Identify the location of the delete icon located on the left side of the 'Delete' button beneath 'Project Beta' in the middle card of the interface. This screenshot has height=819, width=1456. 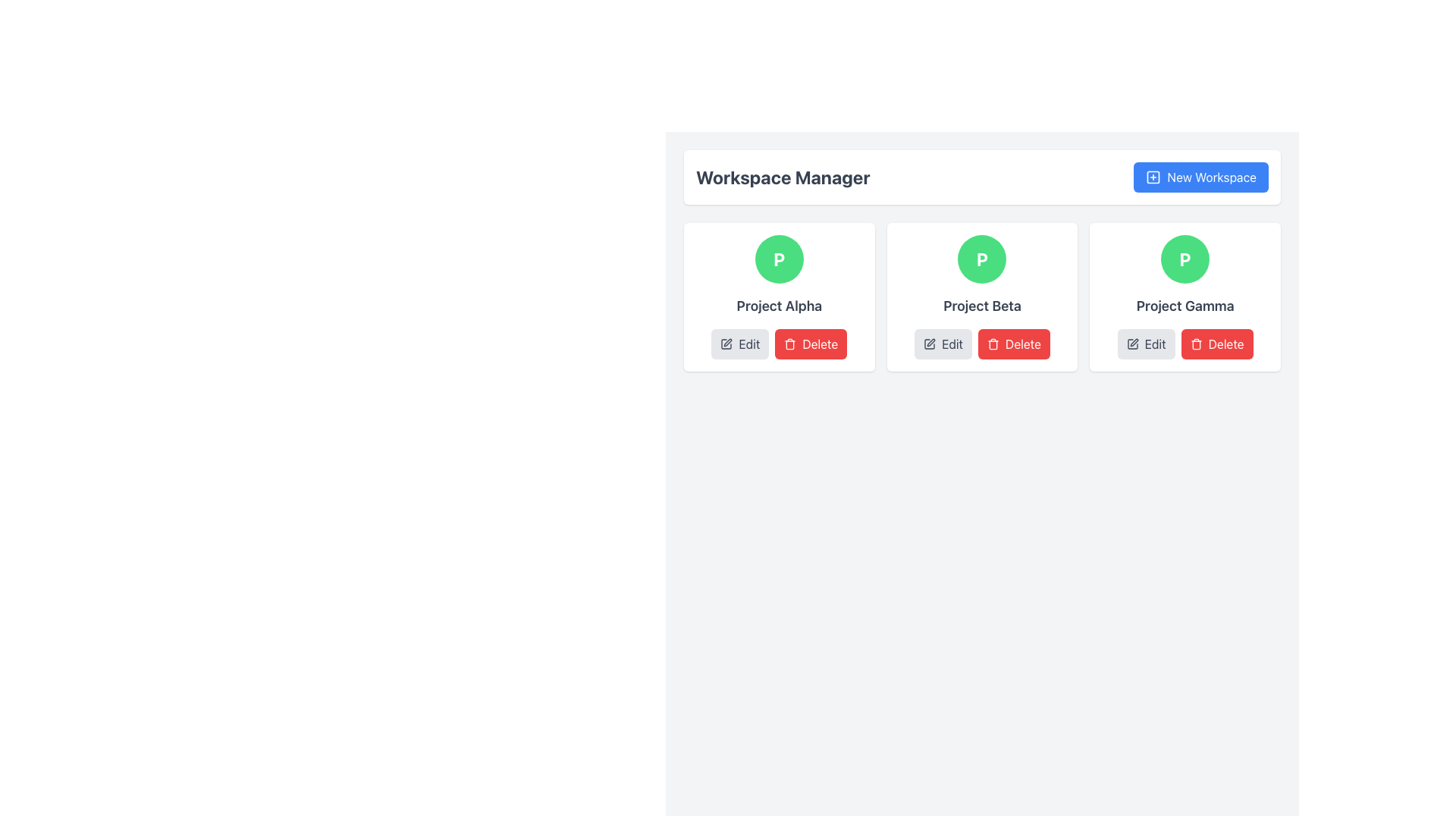
(993, 344).